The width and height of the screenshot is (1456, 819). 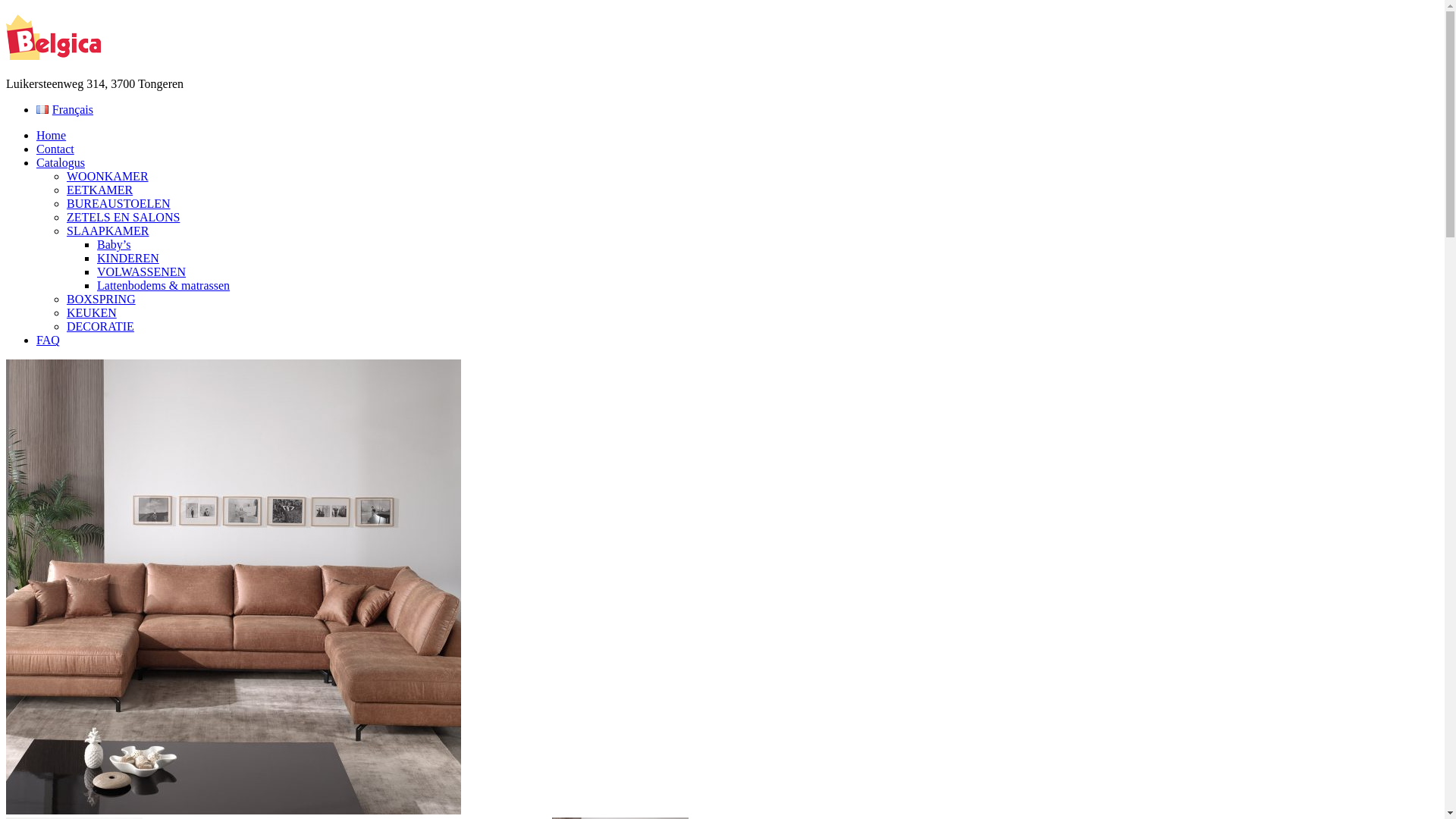 I want to click on 'KINDEREN', so click(x=127, y=257).